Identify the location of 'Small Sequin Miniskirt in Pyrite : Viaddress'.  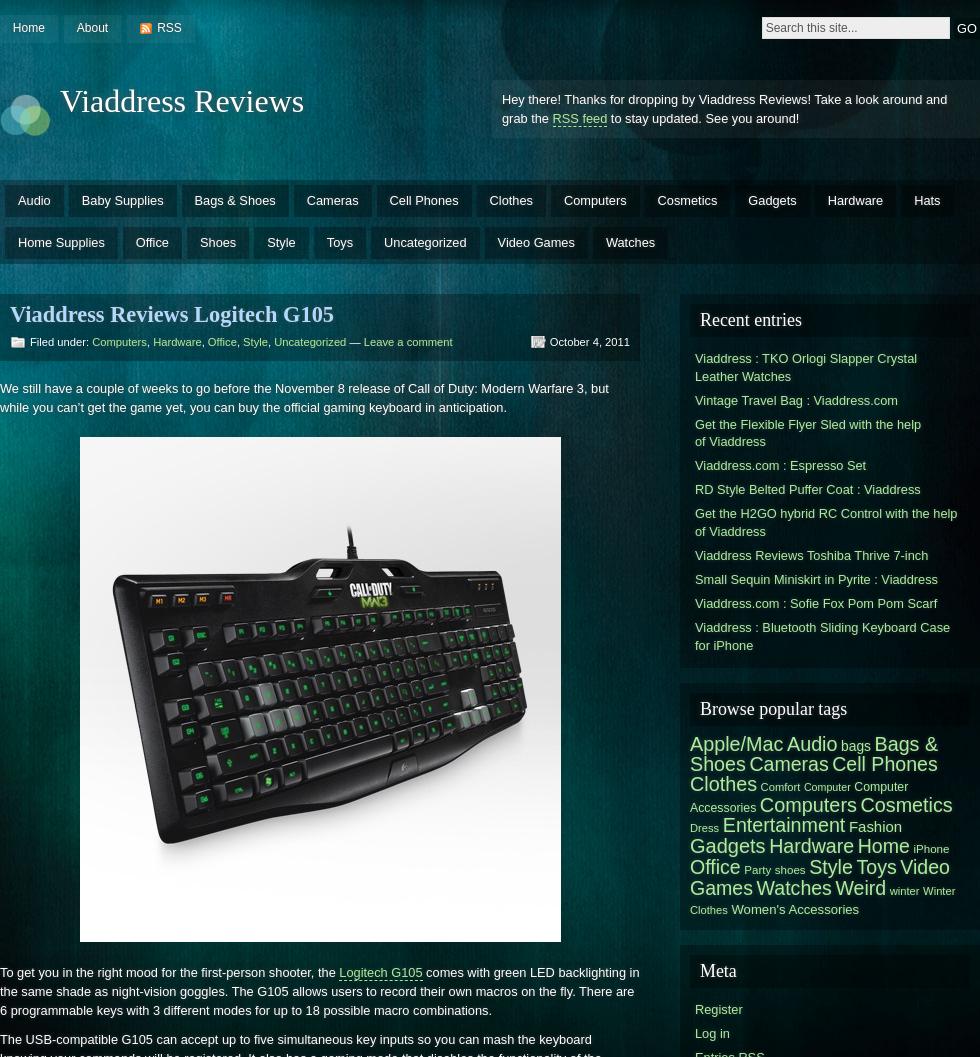
(816, 577).